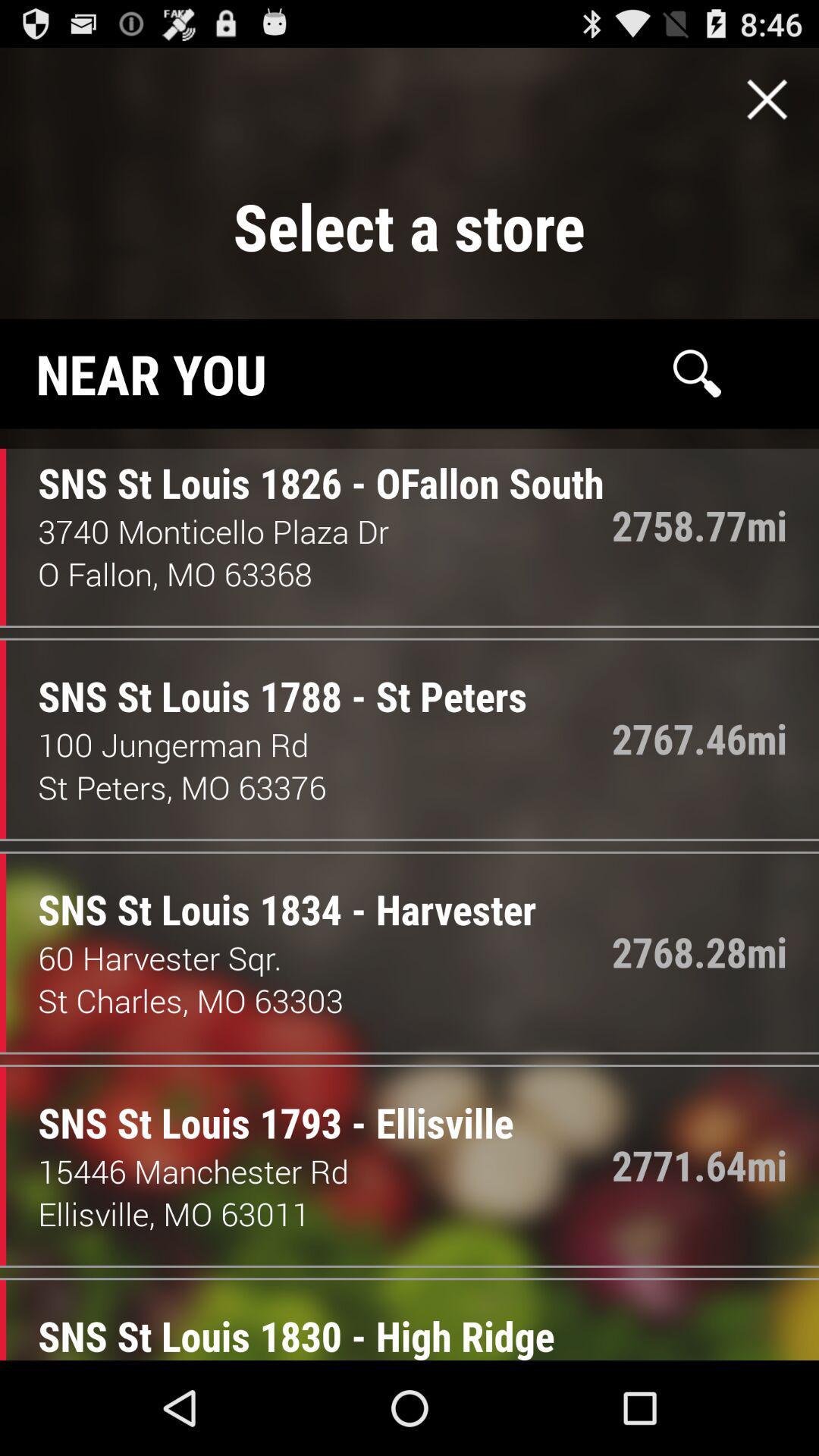 The width and height of the screenshot is (819, 1456). What do you see at coordinates (767, 99) in the screenshot?
I see `into option` at bounding box center [767, 99].